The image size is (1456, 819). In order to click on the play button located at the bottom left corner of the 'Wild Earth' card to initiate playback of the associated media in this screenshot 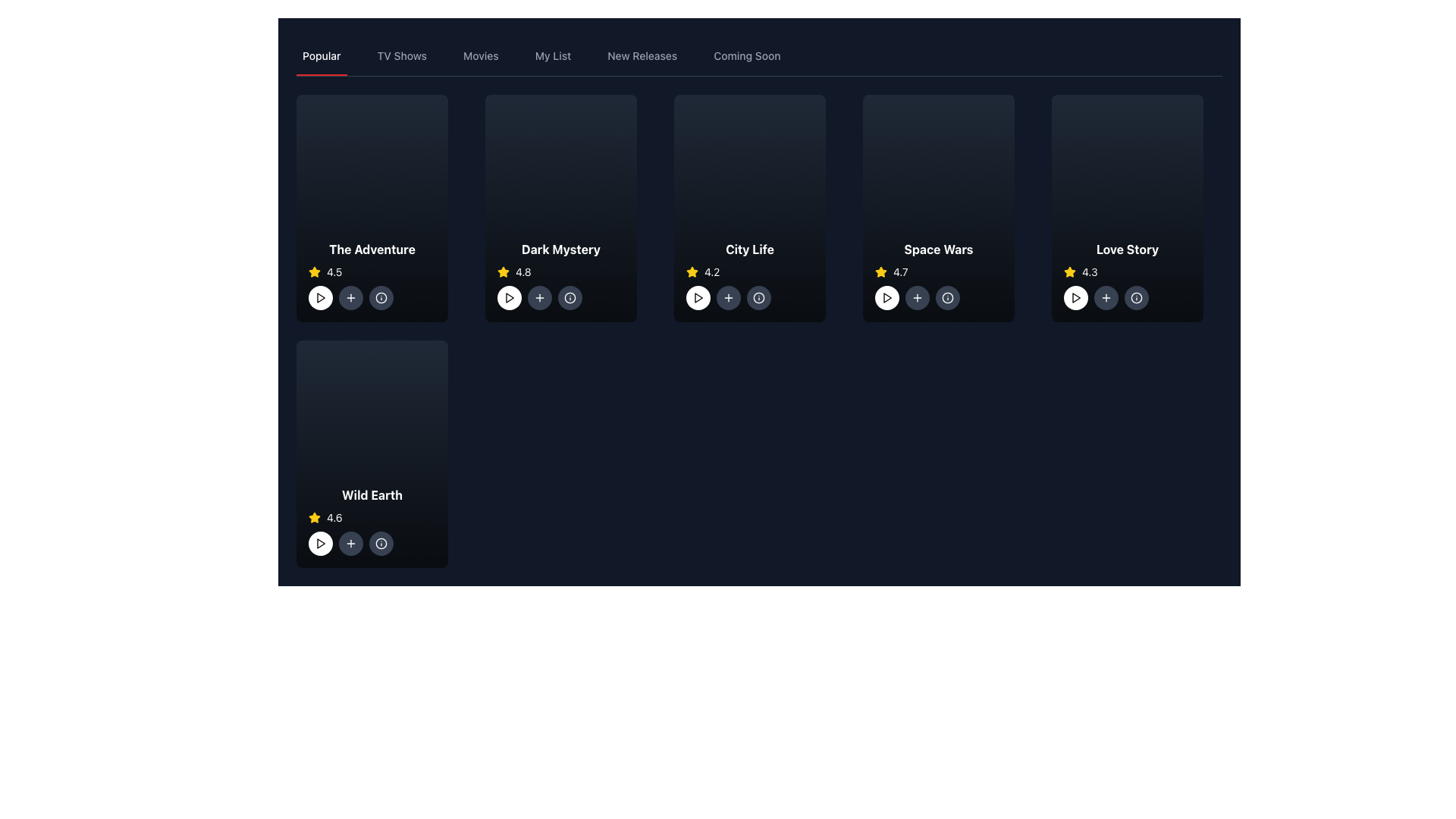, I will do `click(320, 543)`.